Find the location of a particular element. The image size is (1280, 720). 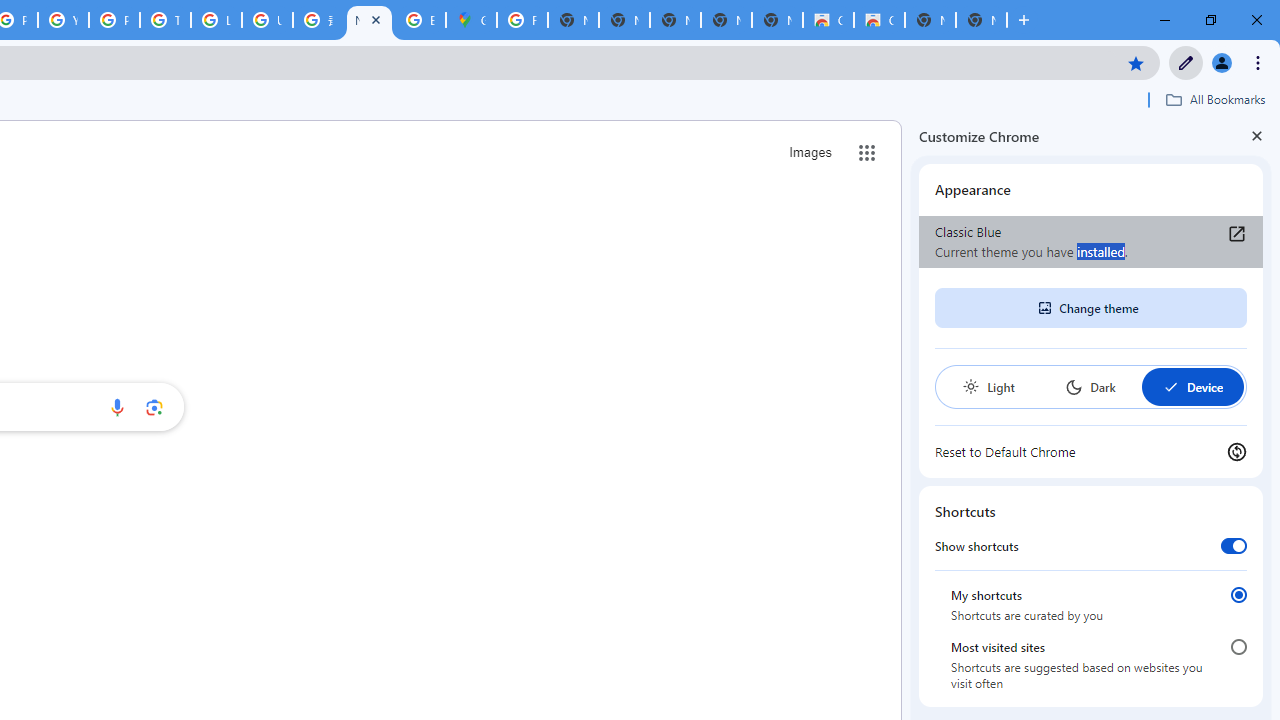

'Google Maps' is located at coordinates (470, 20).